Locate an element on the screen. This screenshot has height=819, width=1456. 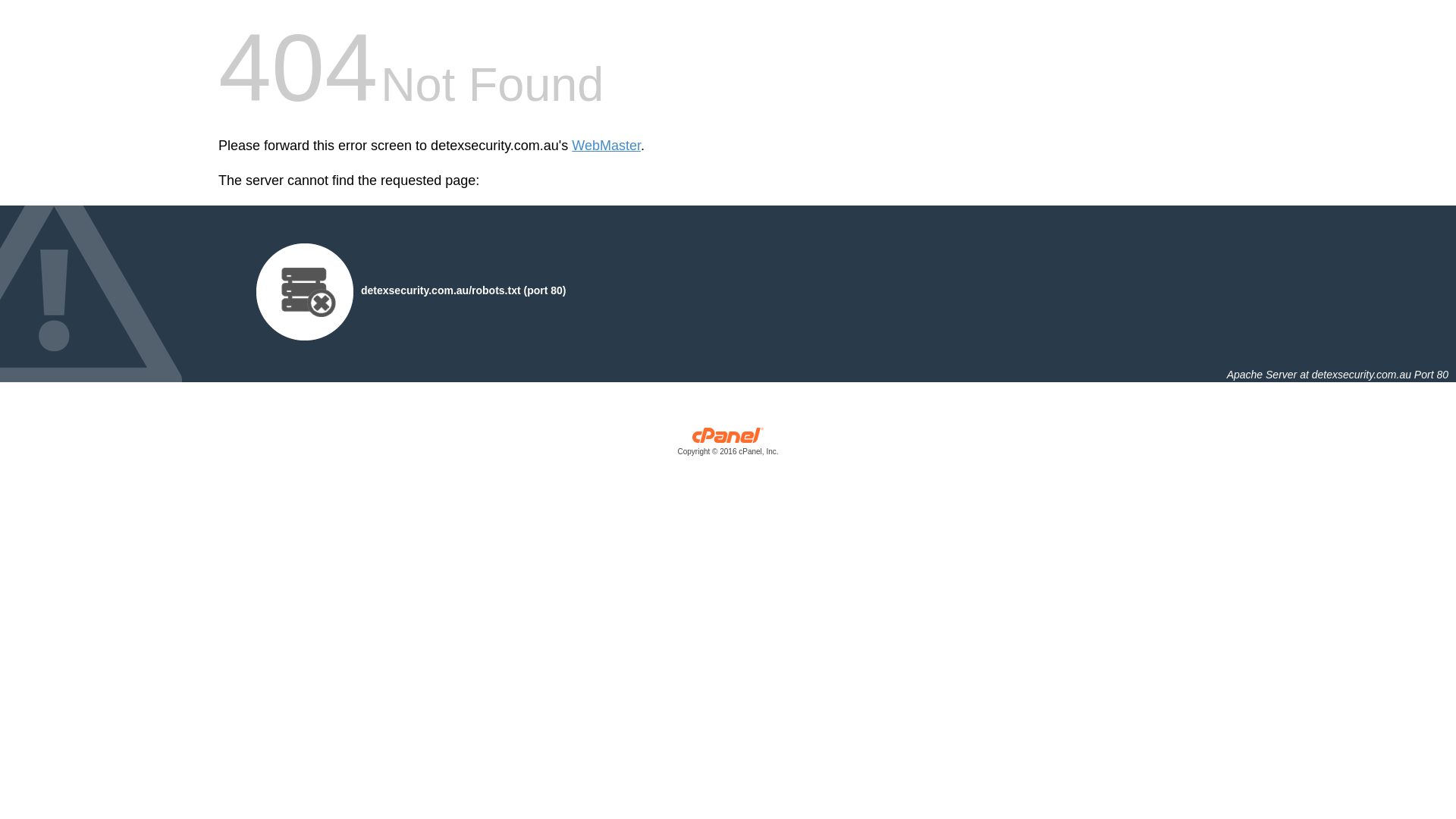
'WebMaster' is located at coordinates (570, 146).